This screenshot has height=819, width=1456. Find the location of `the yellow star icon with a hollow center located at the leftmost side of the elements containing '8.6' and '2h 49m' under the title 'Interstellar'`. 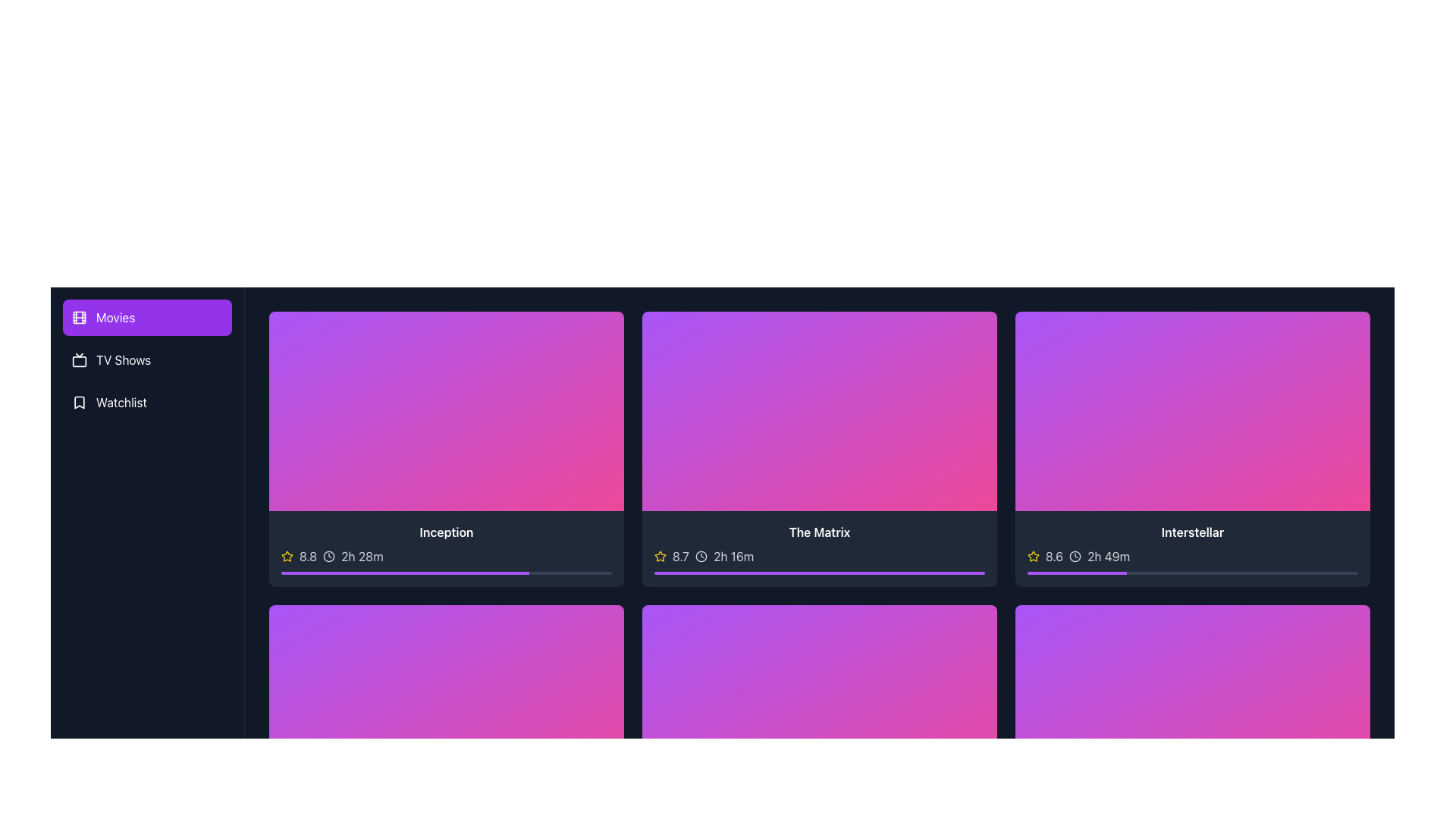

the yellow star icon with a hollow center located at the leftmost side of the elements containing '8.6' and '2h 49m' under the title 'Interstellar' is located at coordinates (1033, 556).